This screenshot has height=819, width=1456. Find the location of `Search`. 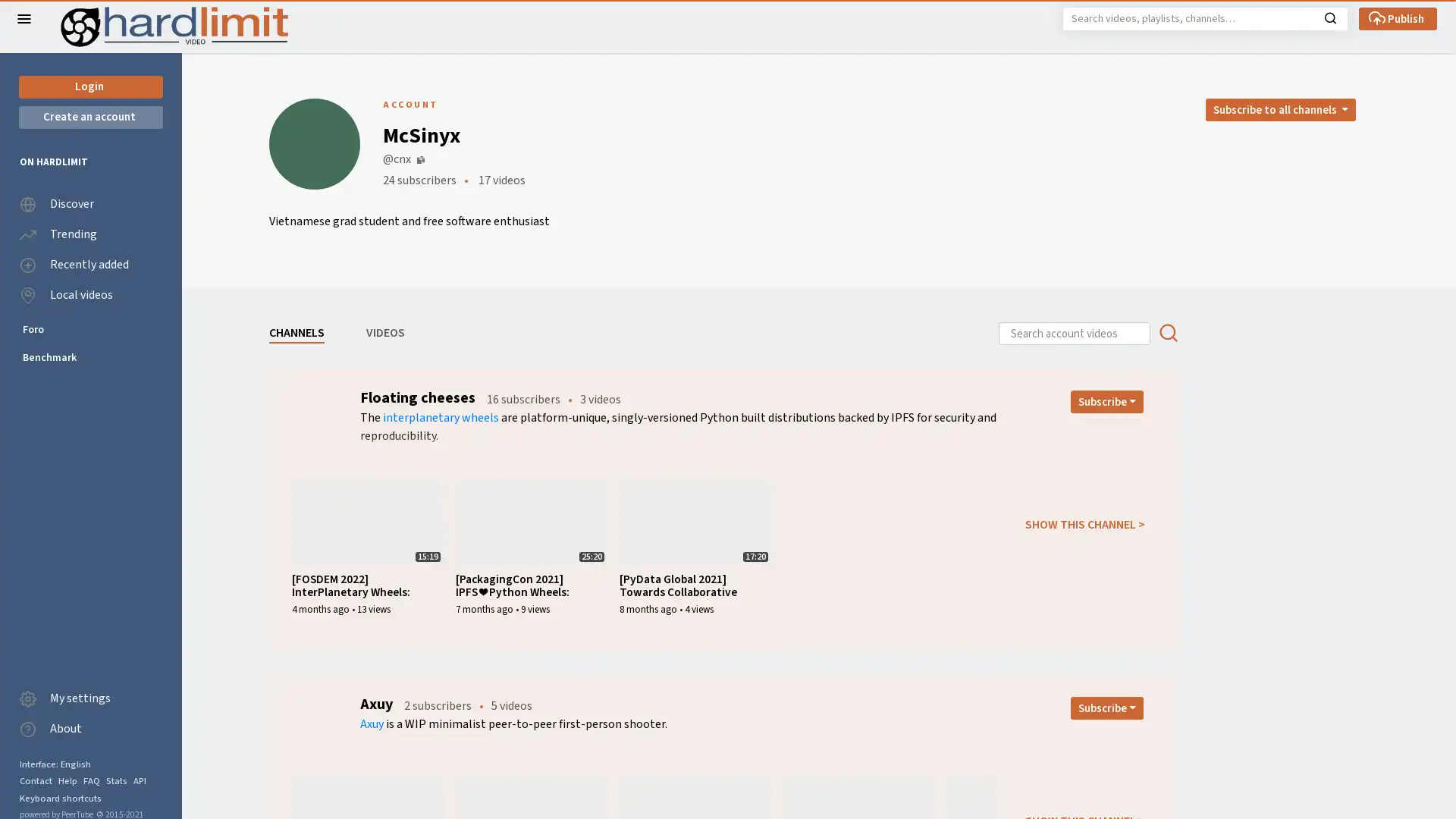

Search is located at coordinates (1329, 17).